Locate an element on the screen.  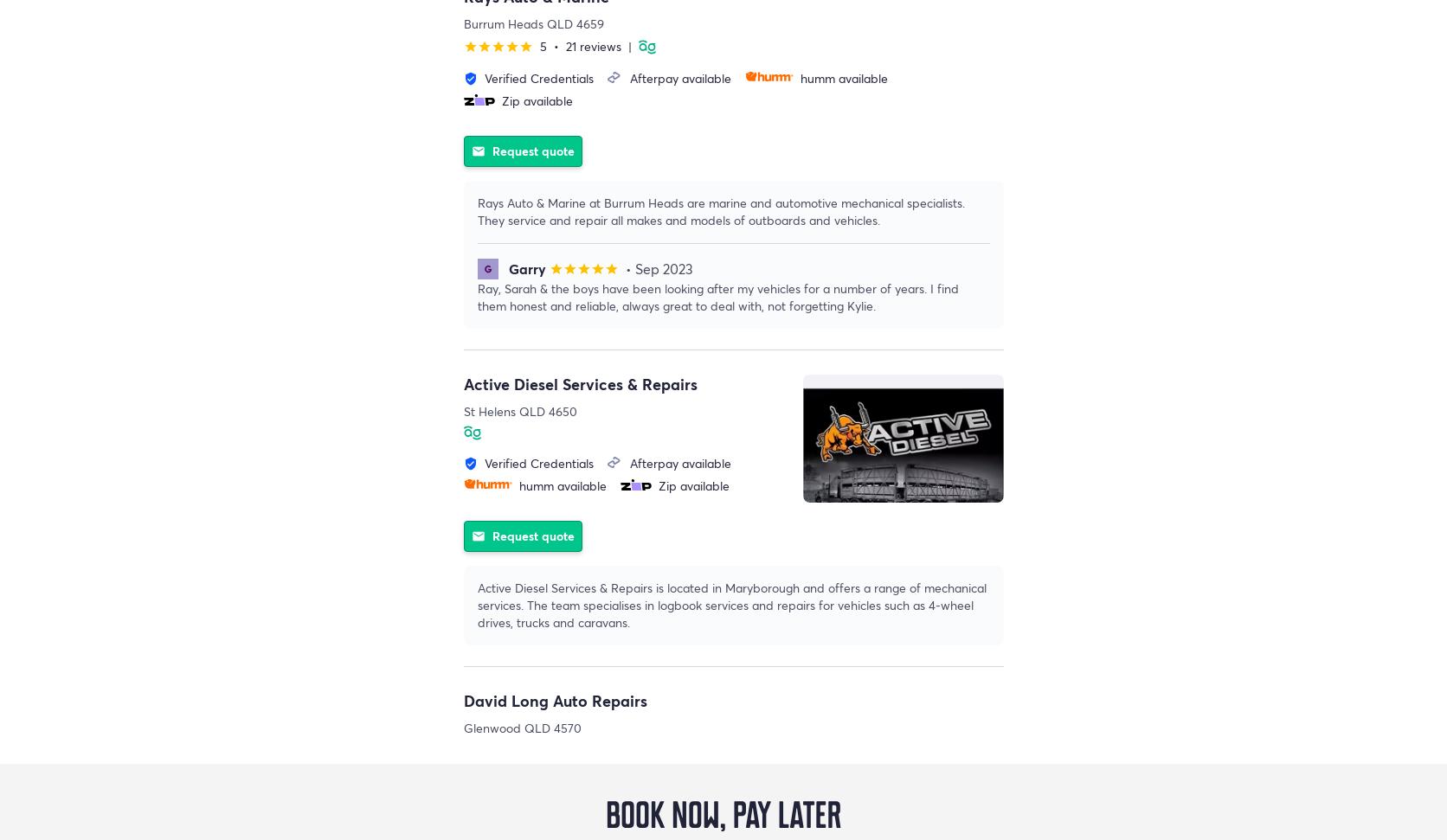
'Buy Now Pay Later' is located at coordinates (0, 791).